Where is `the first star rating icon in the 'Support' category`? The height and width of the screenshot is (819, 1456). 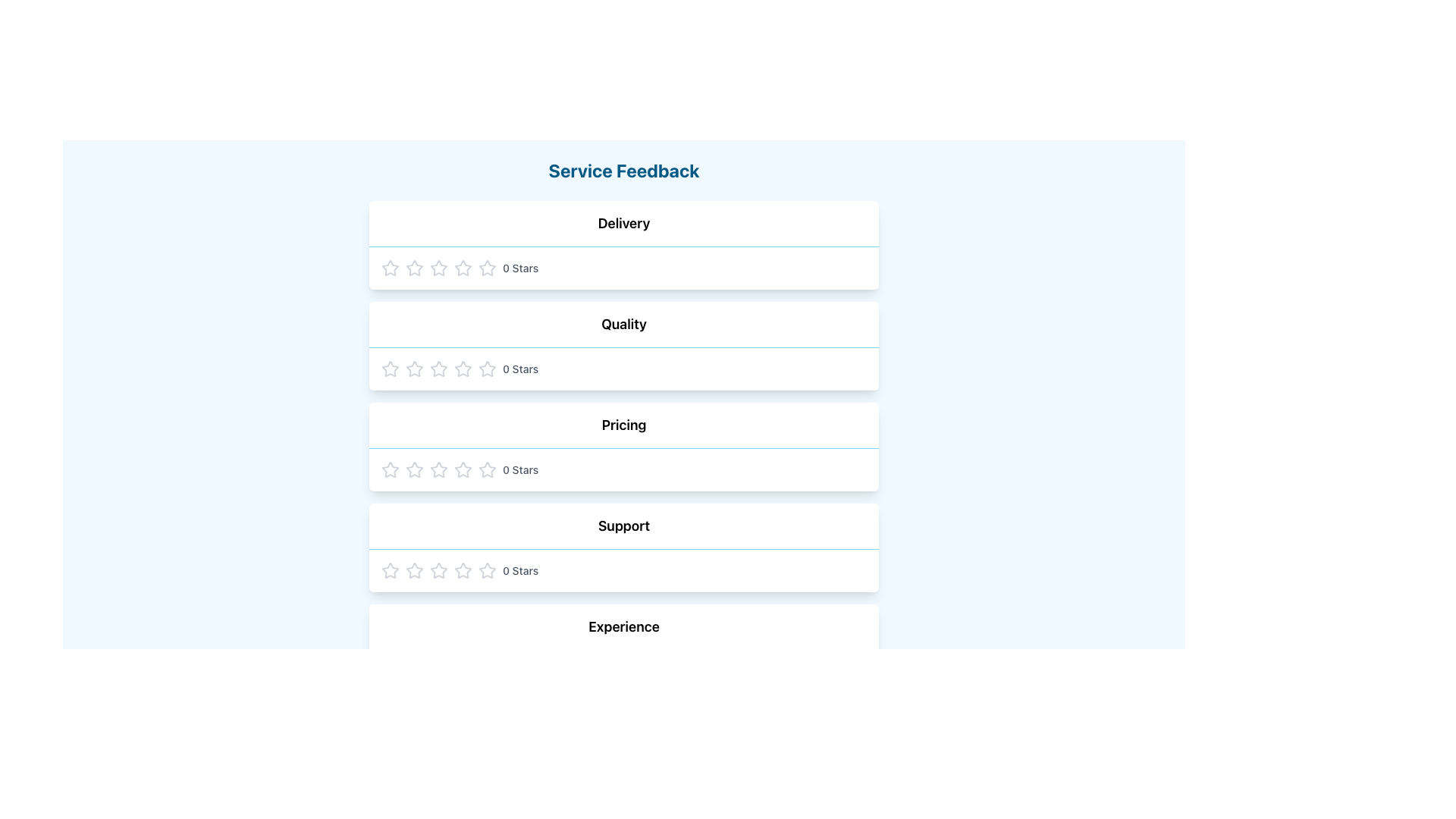
the first star rating icon in the 'Support' category is located at coordinates (390, 570).